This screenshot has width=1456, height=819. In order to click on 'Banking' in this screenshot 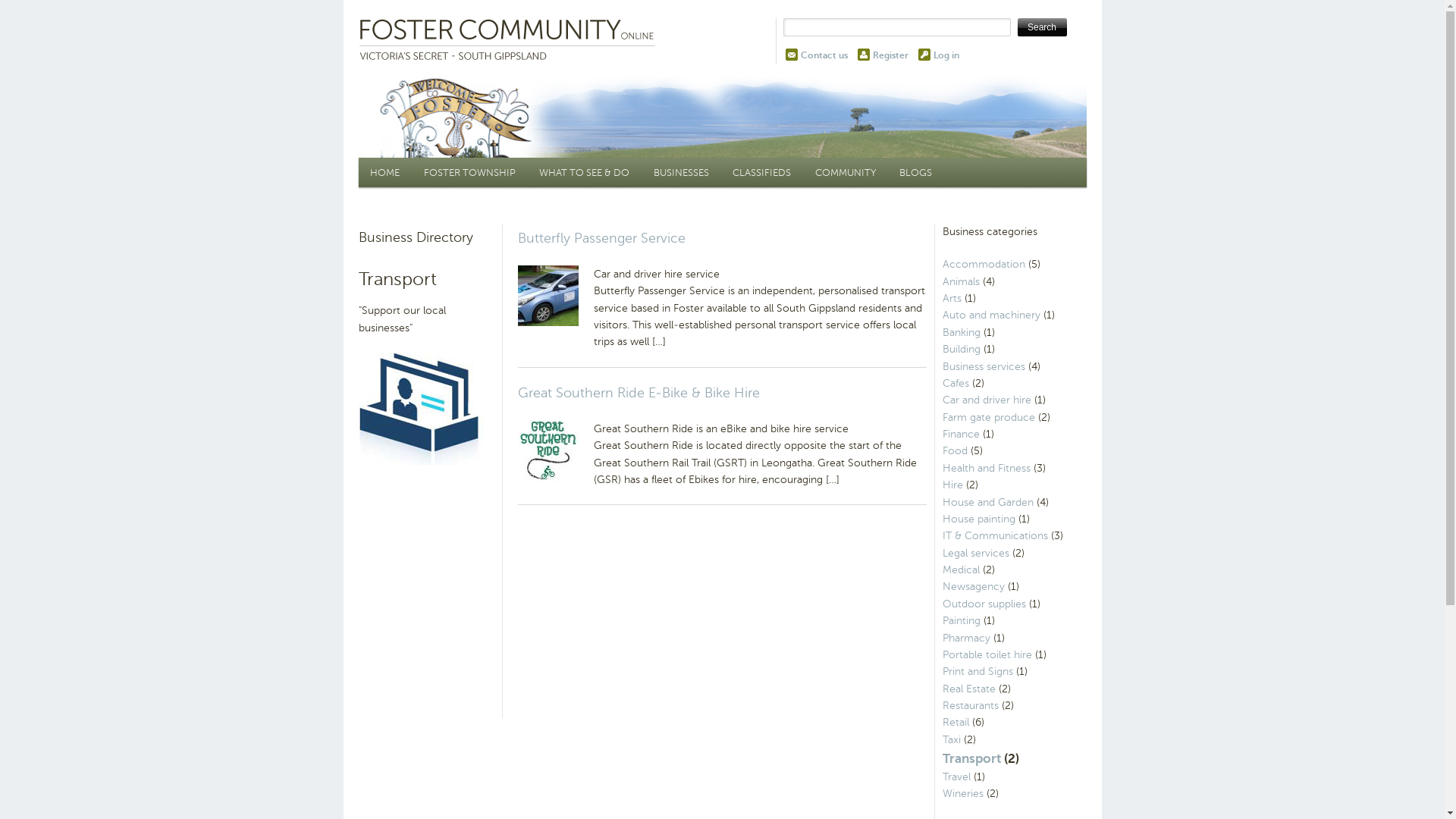, I will do `click(960, 331)`.